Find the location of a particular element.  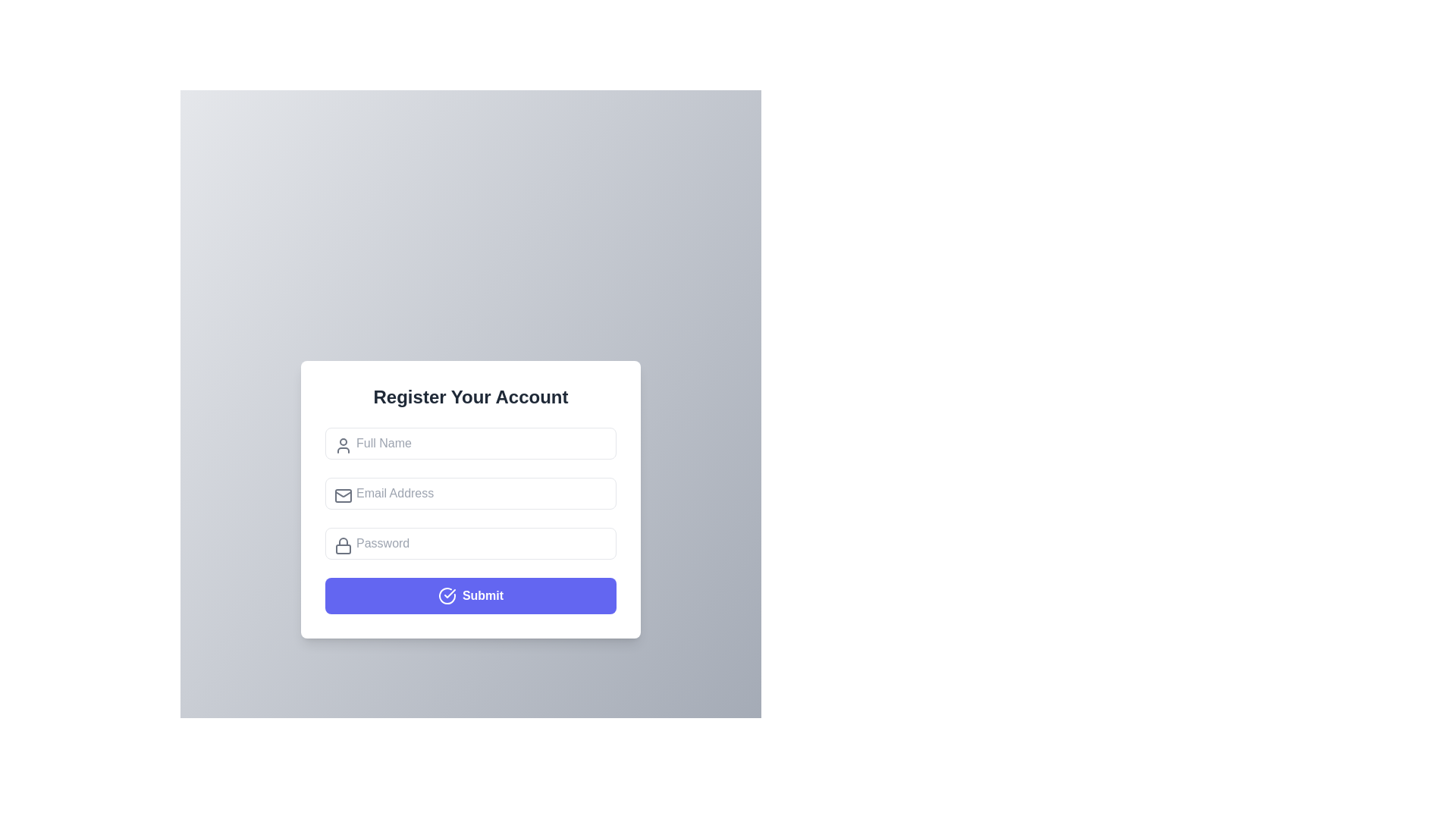

the icon indicating the input field for entering a full name, which is located in the top-left corner of the 'Full Name' text input field is located at coordinates (342, 444).